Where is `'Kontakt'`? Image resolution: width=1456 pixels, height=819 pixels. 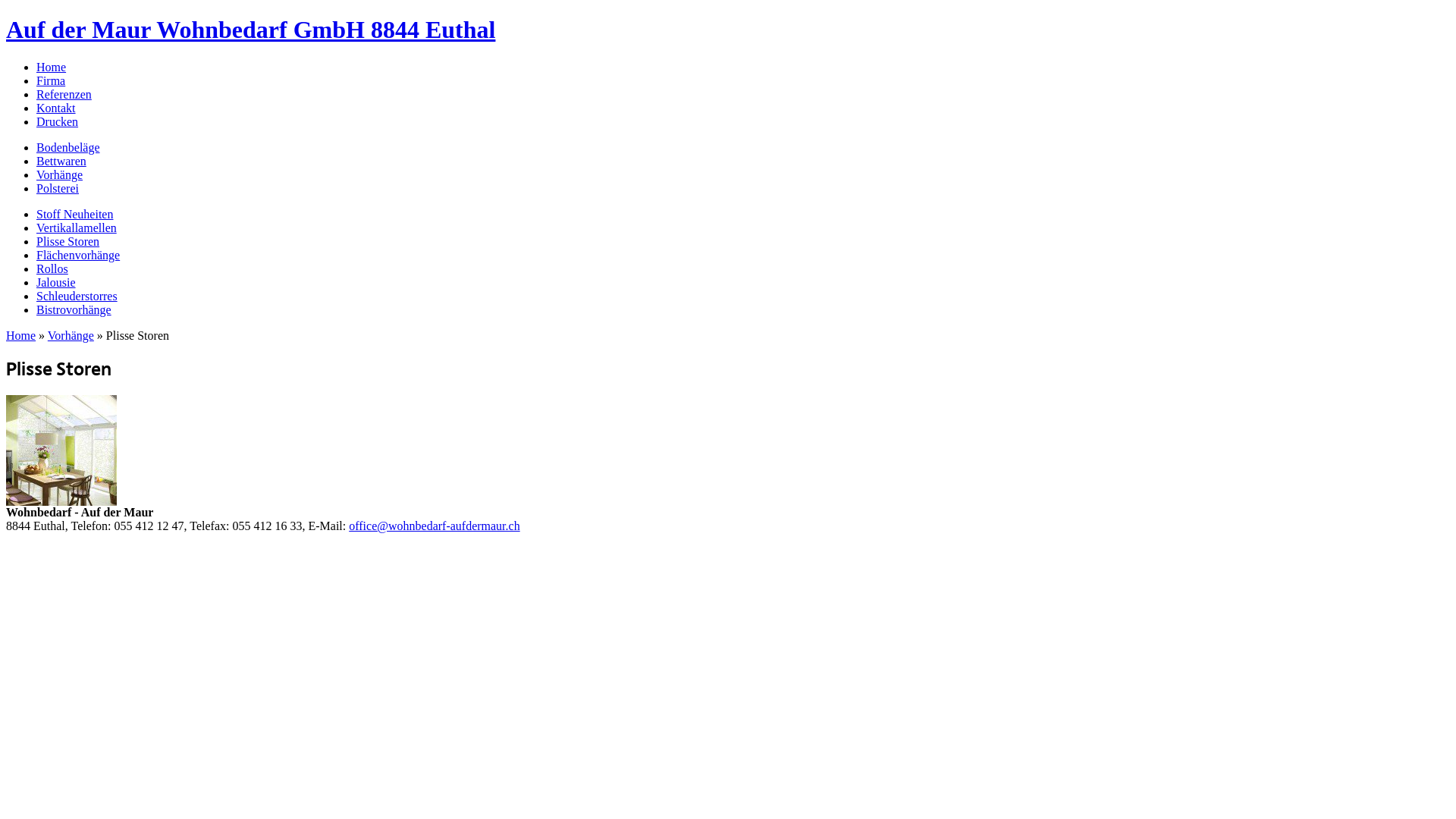 'Kontakt' is located at coordinates (55, 107).